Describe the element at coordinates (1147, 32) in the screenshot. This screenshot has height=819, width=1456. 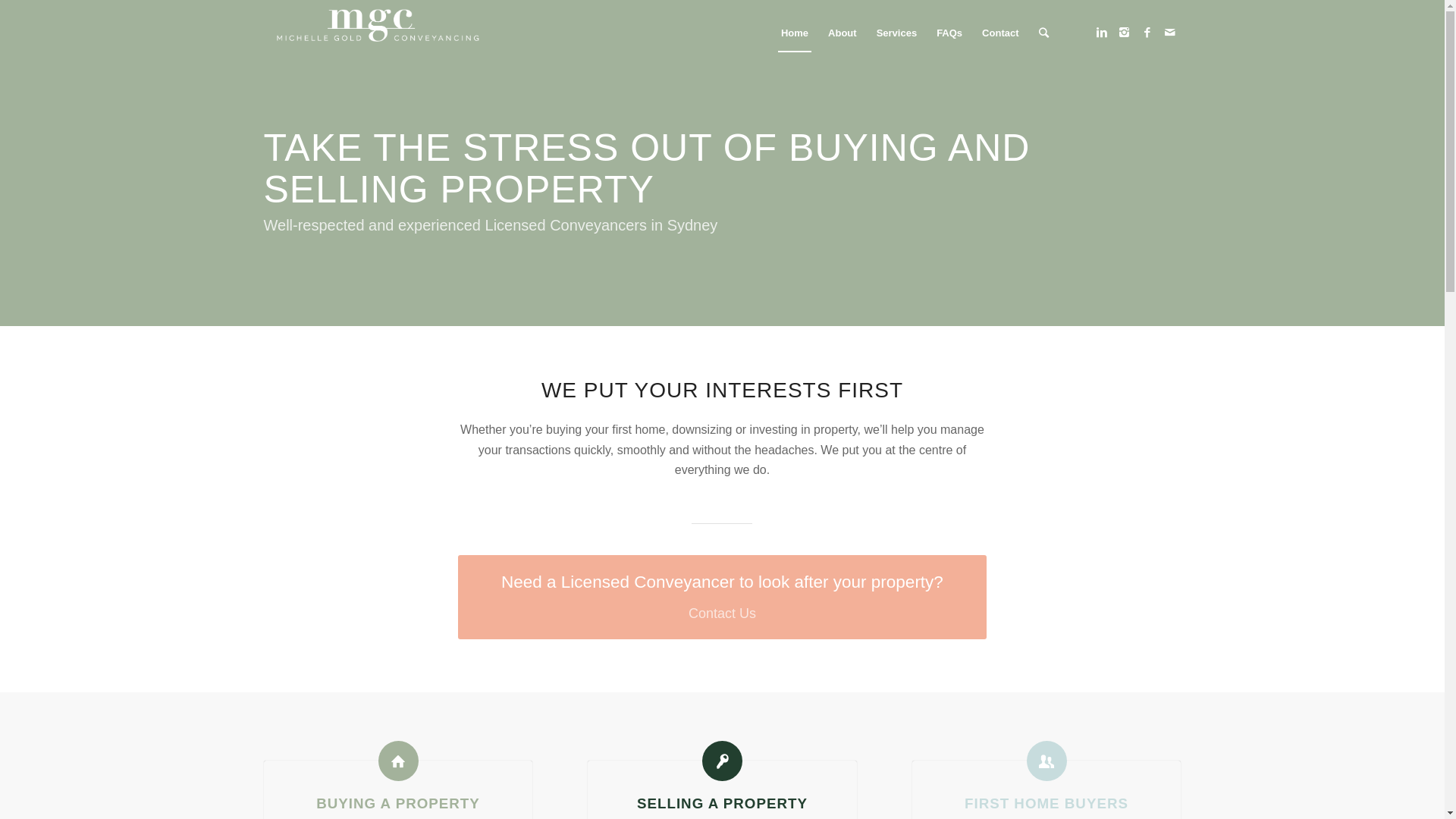
I see `'Facebook'` at that location.